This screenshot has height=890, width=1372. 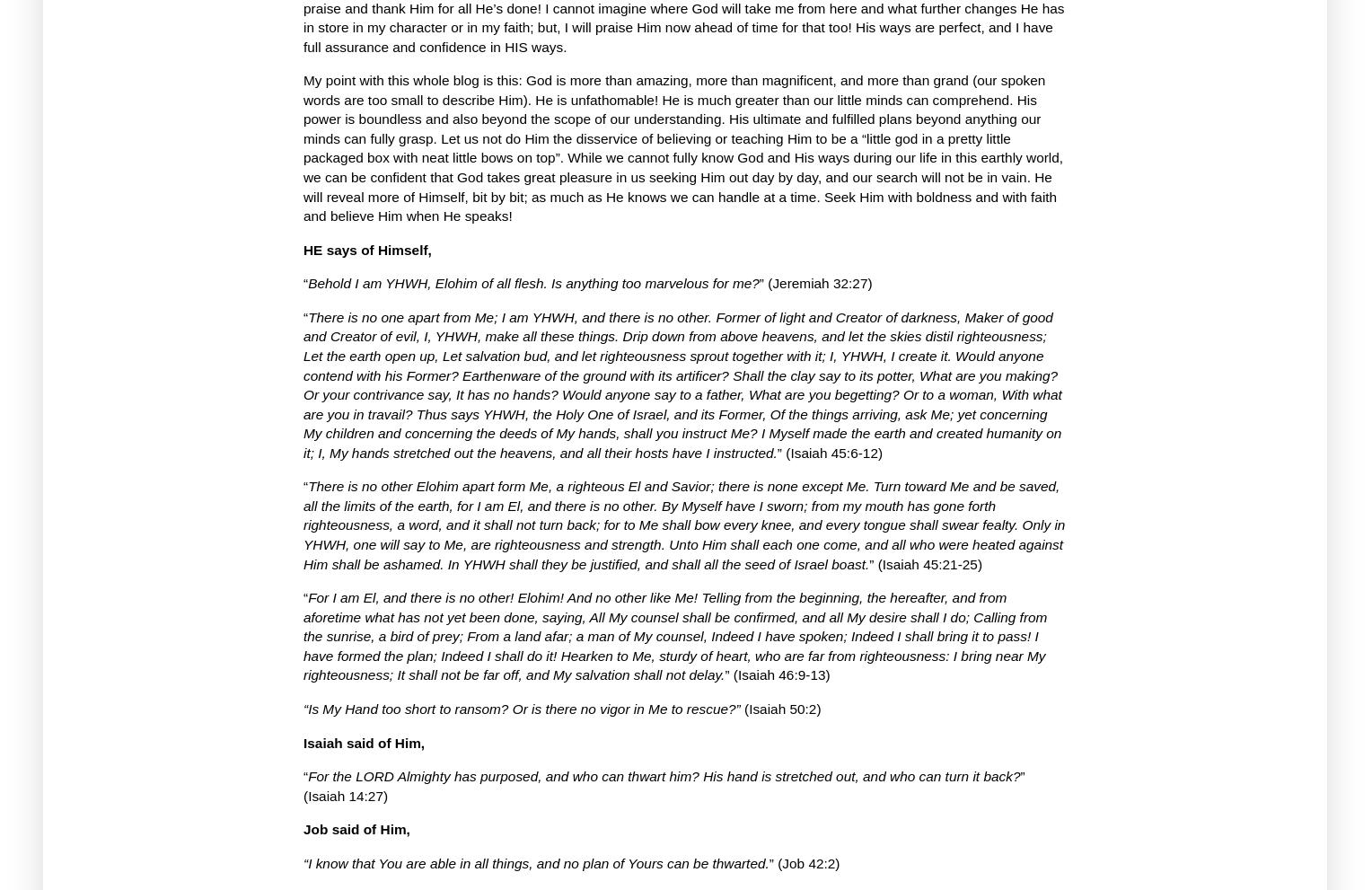 What do you see at coordinates (804, 862) in the screenshot?
I see `'” (Job 42:2)'` at bounding box center [804, 862].